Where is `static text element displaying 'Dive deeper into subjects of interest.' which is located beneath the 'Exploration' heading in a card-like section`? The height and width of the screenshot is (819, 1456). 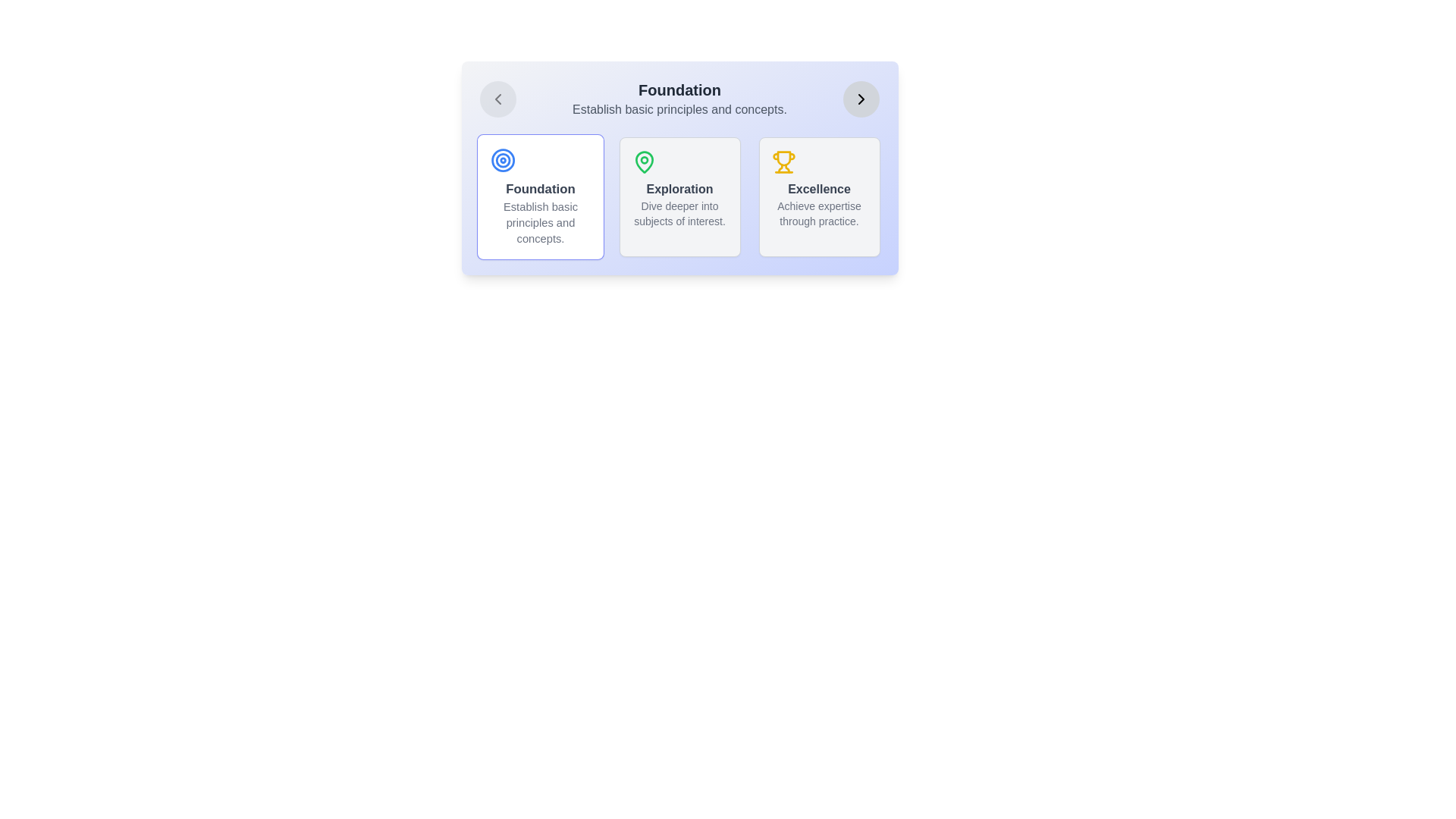
static text element displaying 'Dive deeper into subjects of interest.' which is located beneath the 'Exploration' heading in a card-like section is located at coordinates (679, 213).